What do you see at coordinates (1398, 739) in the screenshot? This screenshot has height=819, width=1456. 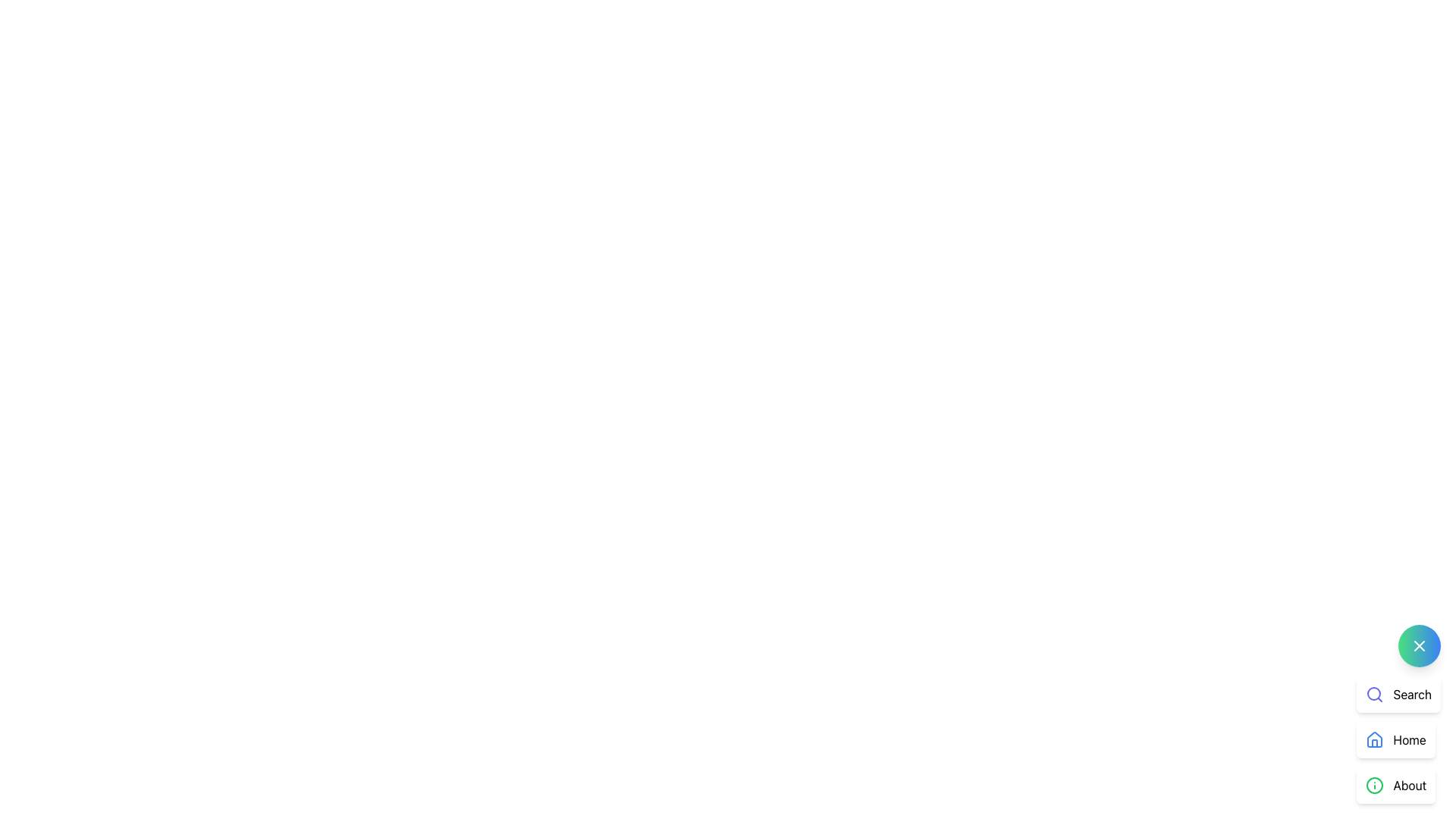 I see `the 'Home' button located in the bottom-right sidebar` at bounding box center [1398, 739].